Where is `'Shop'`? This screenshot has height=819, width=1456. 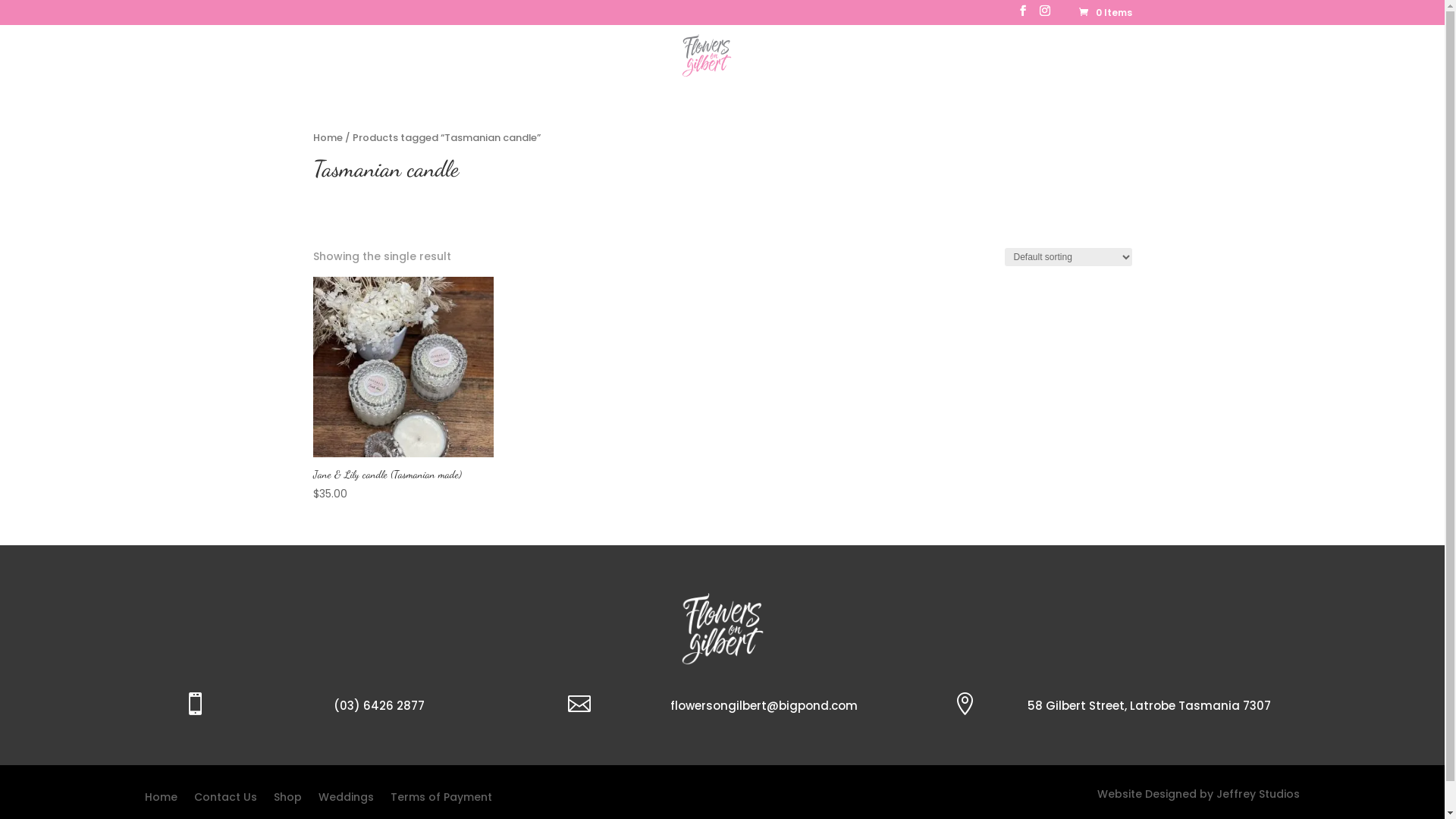
'Shop' is located at coordinates (287, 799).